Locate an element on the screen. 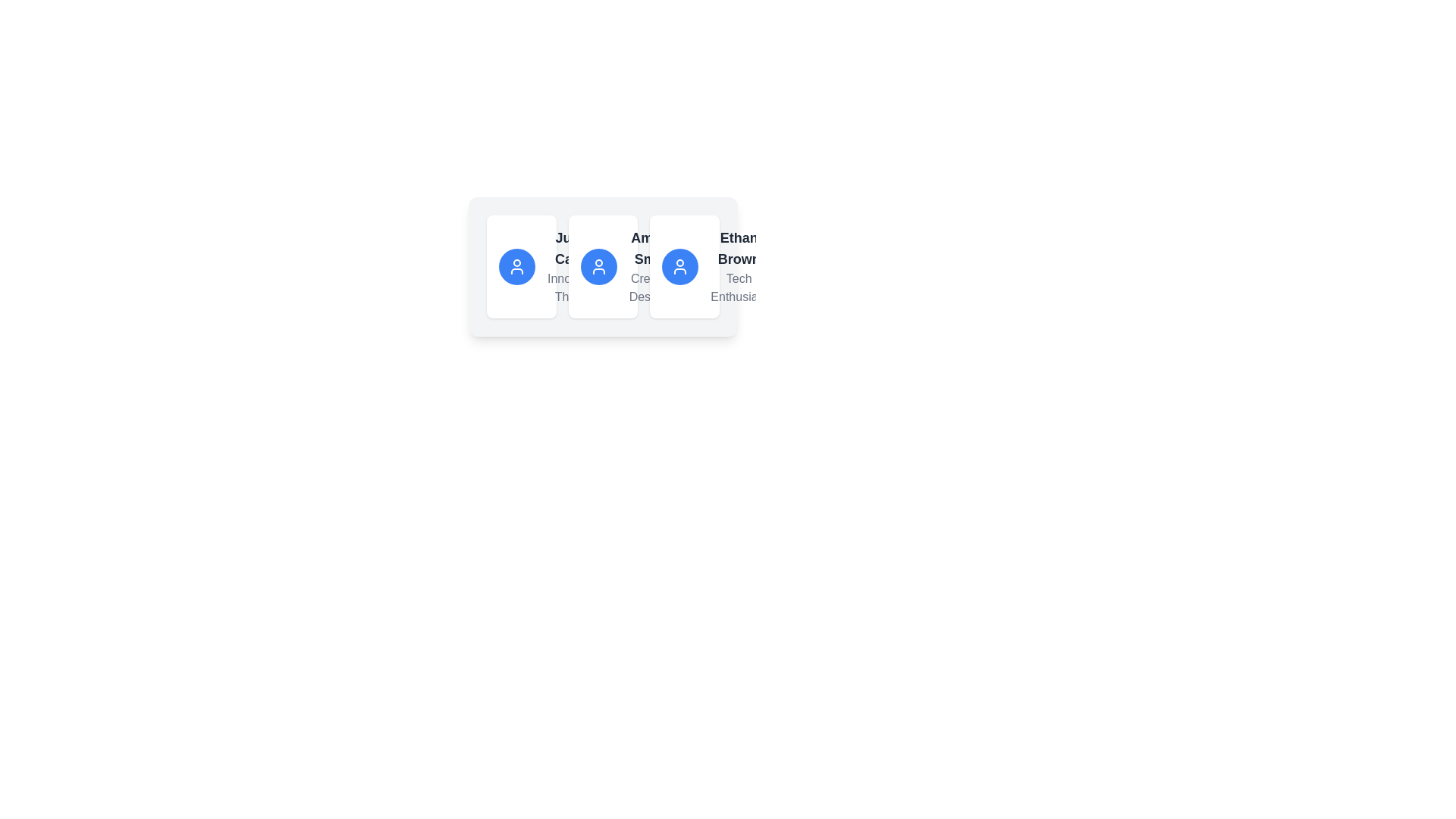 The image size is (1456, 819). the circular blue icon depicting a white outline of a user, representing the profile of 'Amber Smith', which is the second element in a series of user profile icons is located at coordinates (598, 265).